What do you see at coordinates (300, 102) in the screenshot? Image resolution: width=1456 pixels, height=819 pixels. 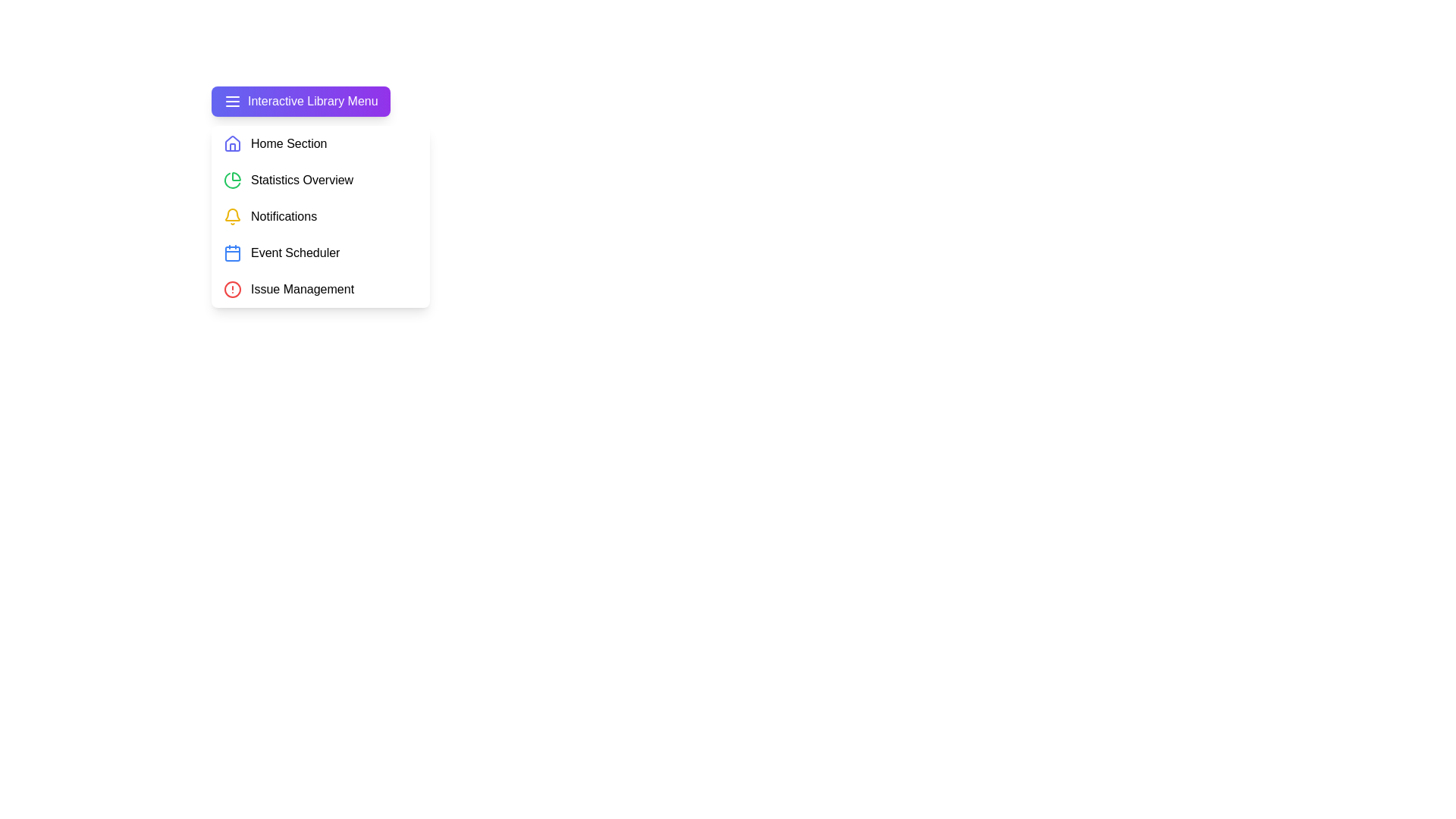 I see `the button labeled 'Interactive Library Menu' to toggle the menu visibility` at bounding box center [300, 102].